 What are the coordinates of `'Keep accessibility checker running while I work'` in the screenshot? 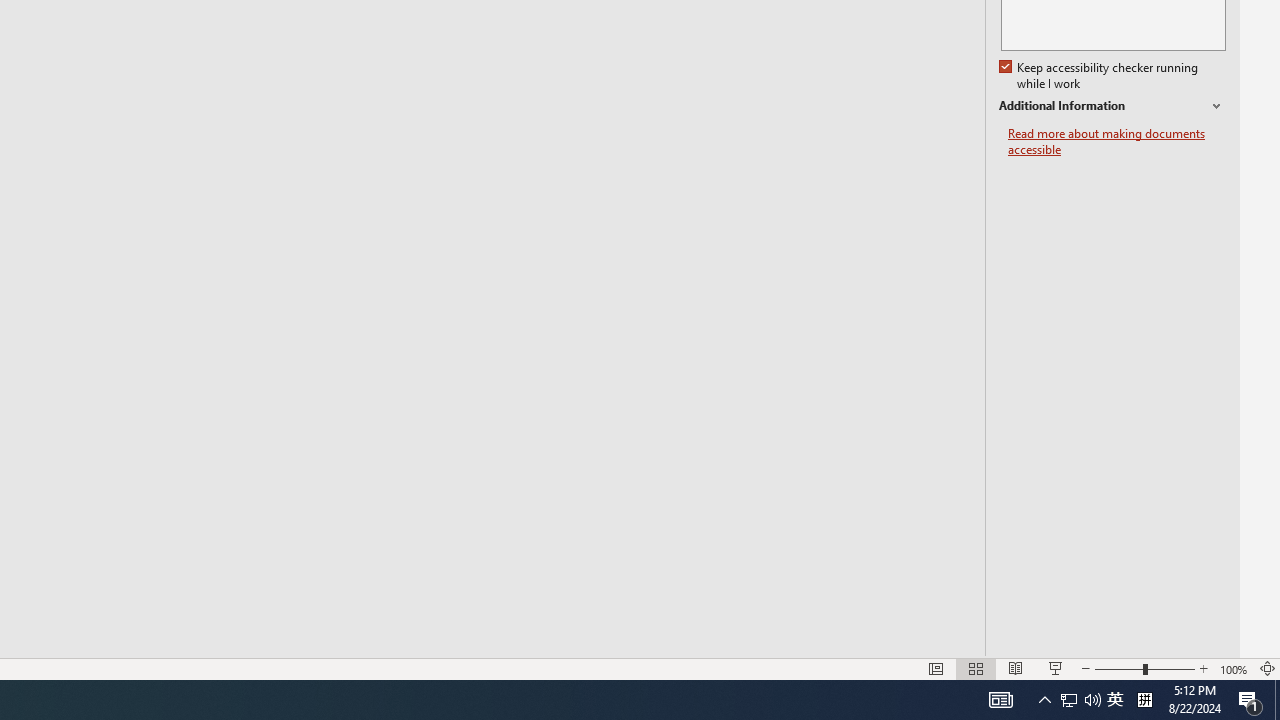 It's located at (1099, 75).